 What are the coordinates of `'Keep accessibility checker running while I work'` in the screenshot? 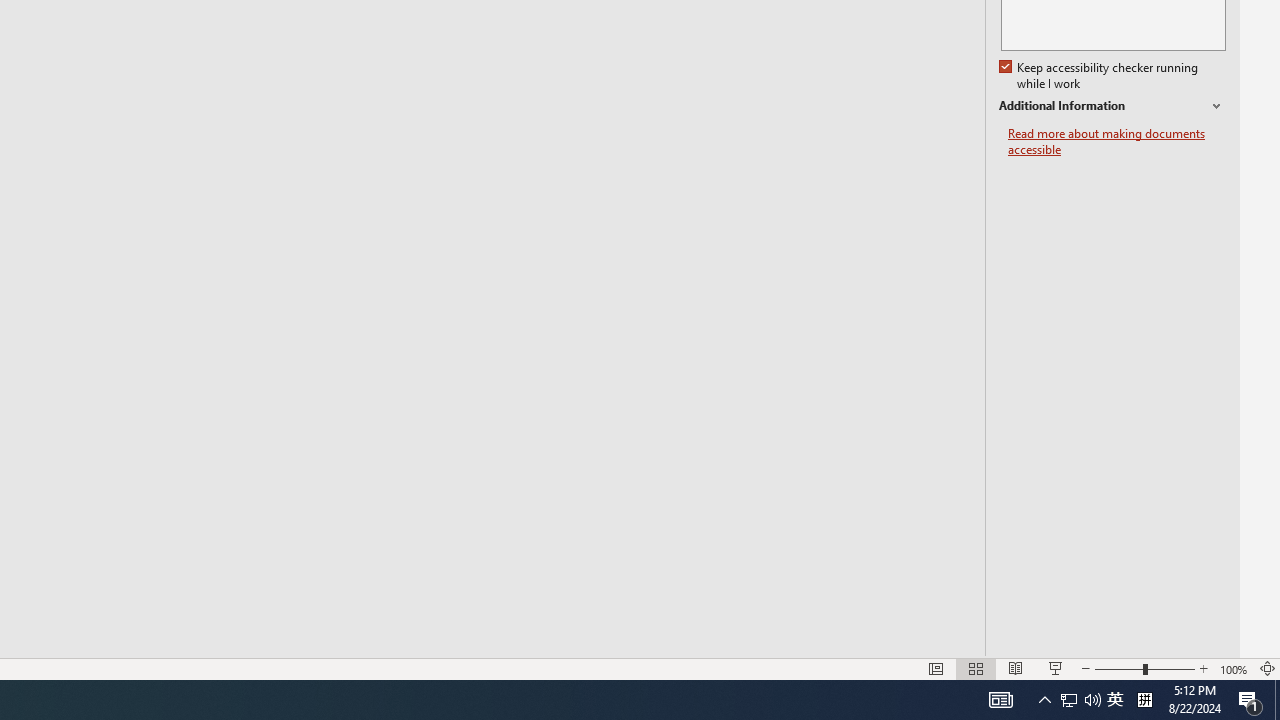 It's located at (1099, 75).